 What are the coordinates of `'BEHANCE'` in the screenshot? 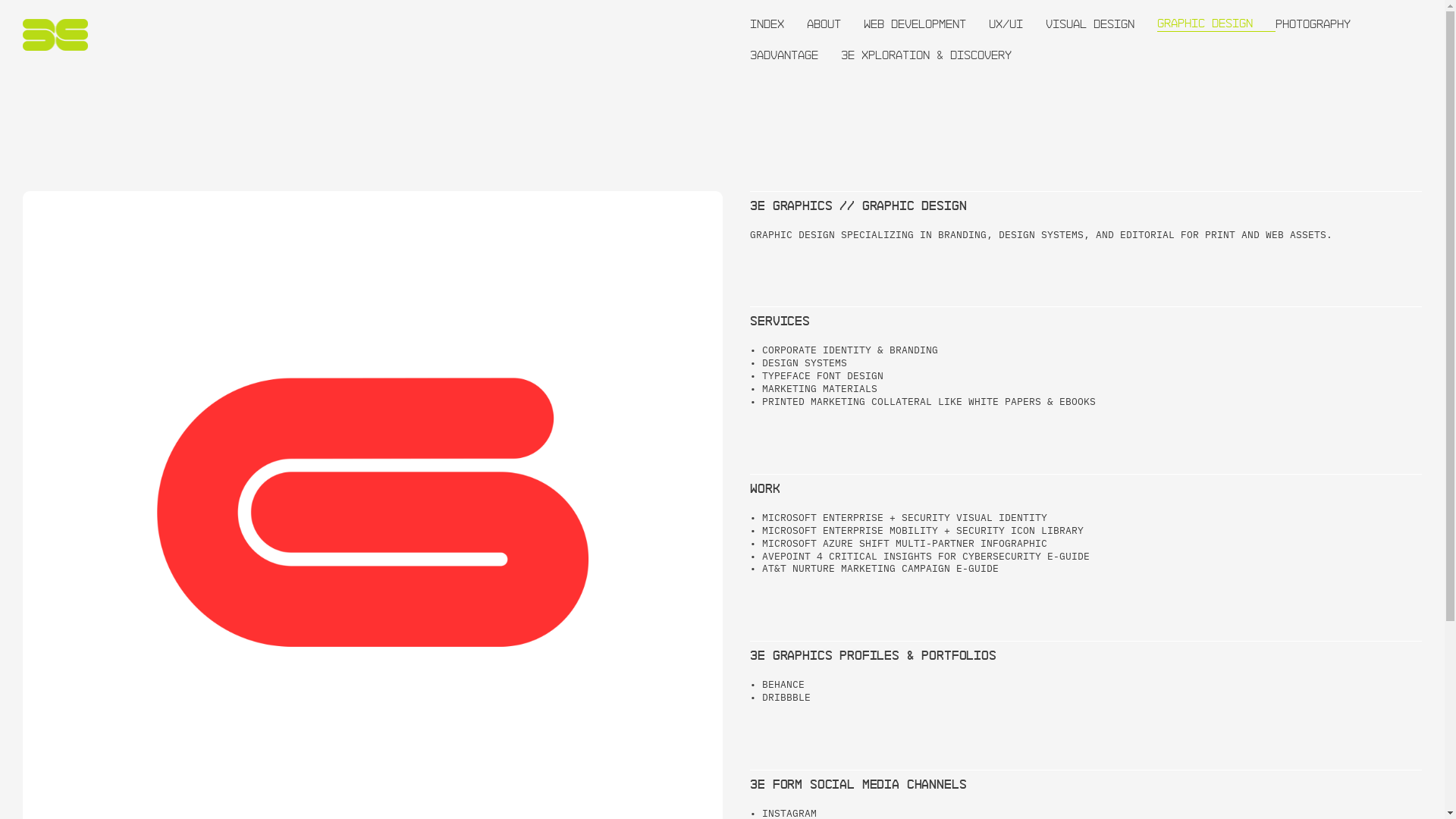 It's located at (783, 684).